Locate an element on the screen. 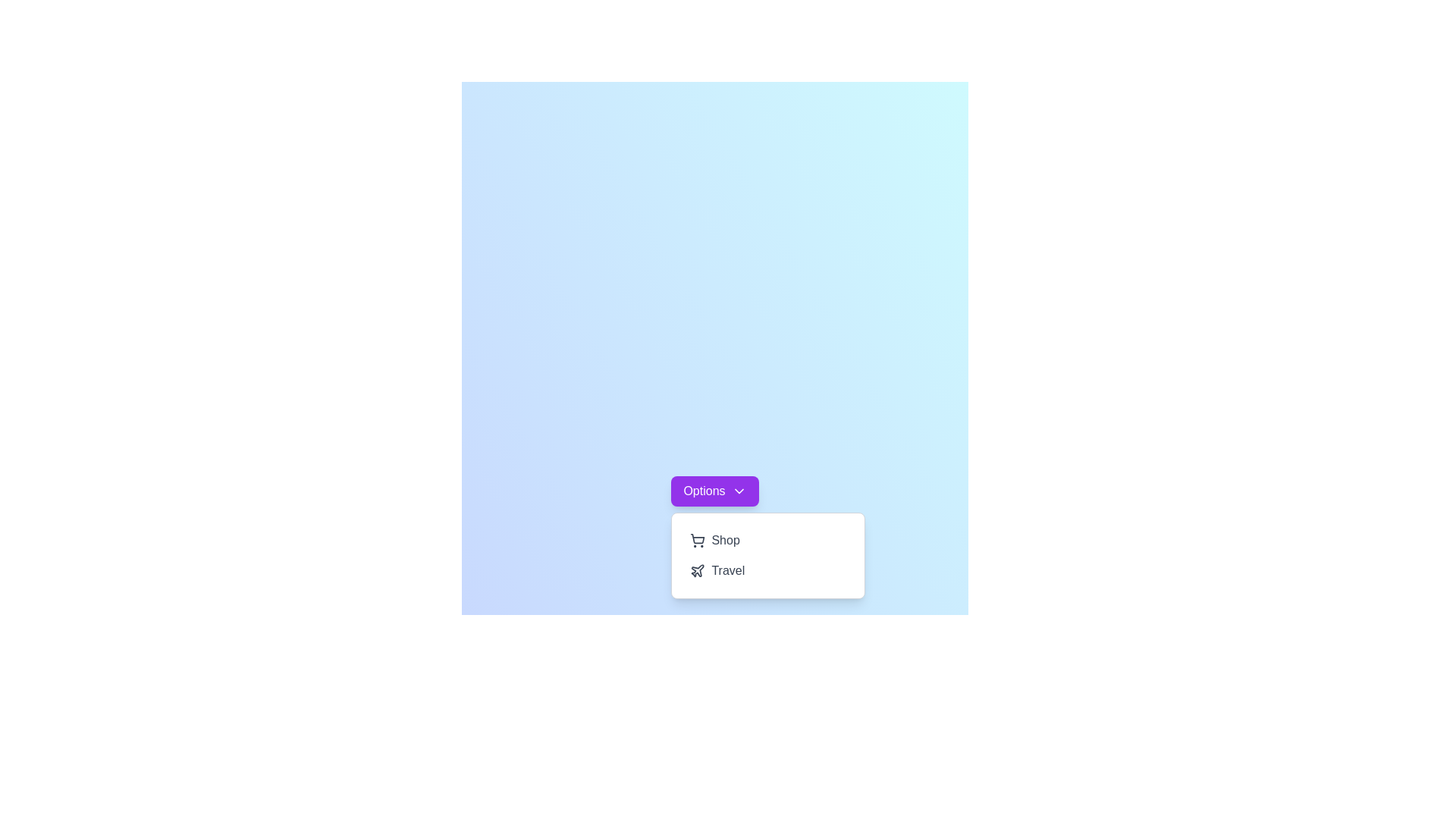  the Dropdown indicator icon (SVG) located at the right end of the 'Options' button is located at coordinates (739, 491).